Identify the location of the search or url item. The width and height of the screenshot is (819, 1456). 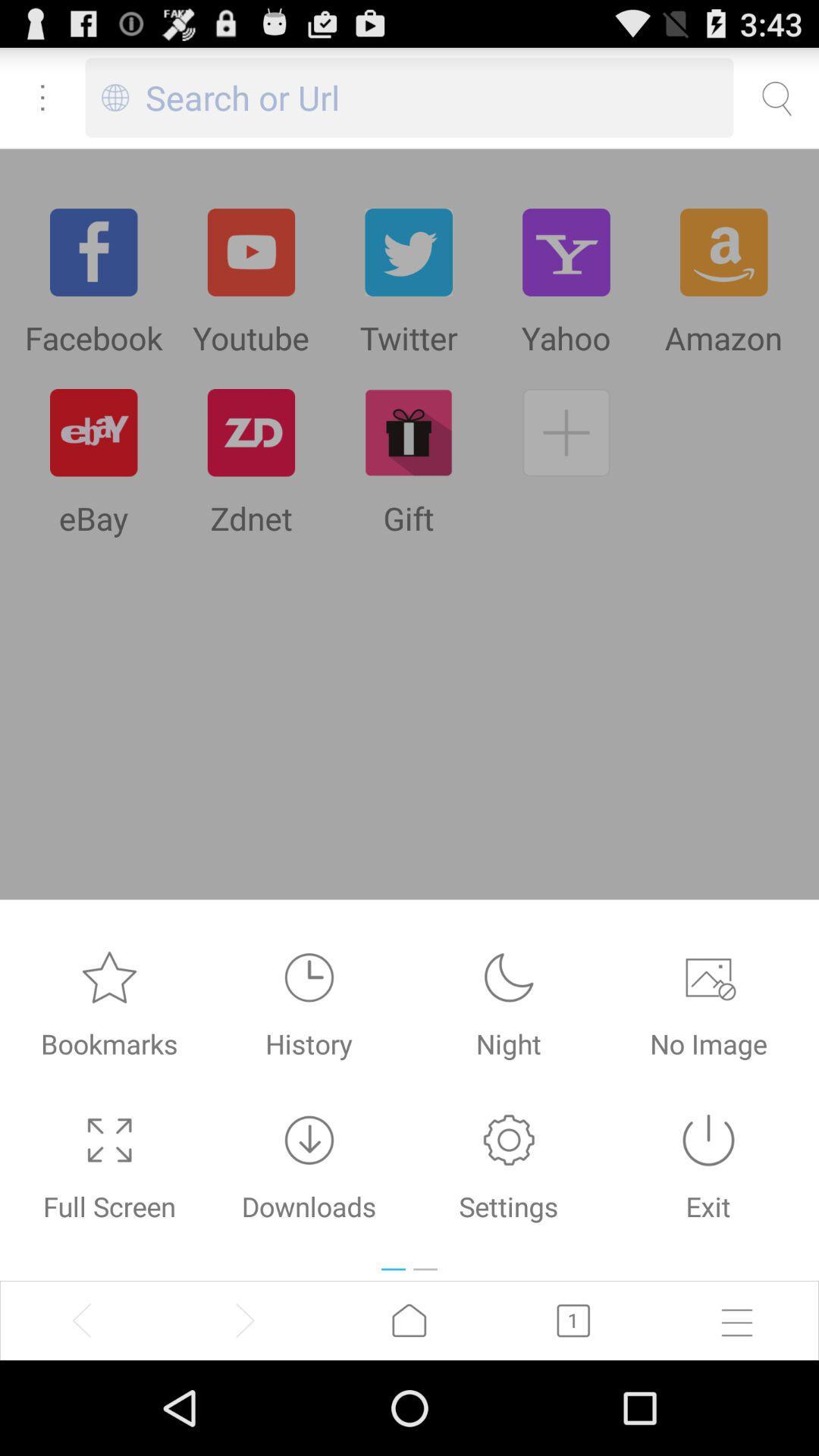
(439, 97).